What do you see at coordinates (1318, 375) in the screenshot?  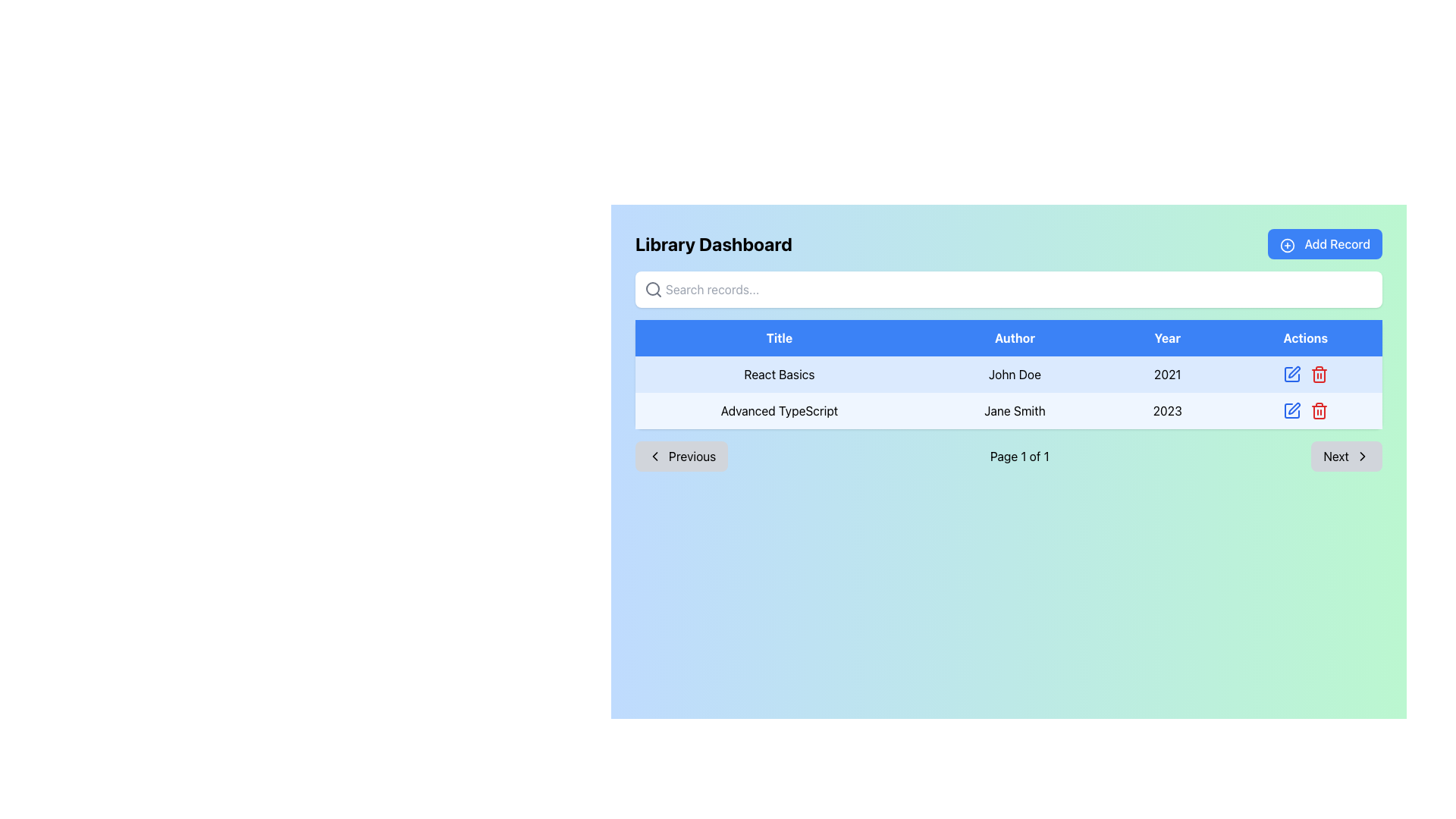 I see `the trash can icon in the 'Actions' column for 'React Basics, John Doe, 2021'` at bounding box center [1318, 375].